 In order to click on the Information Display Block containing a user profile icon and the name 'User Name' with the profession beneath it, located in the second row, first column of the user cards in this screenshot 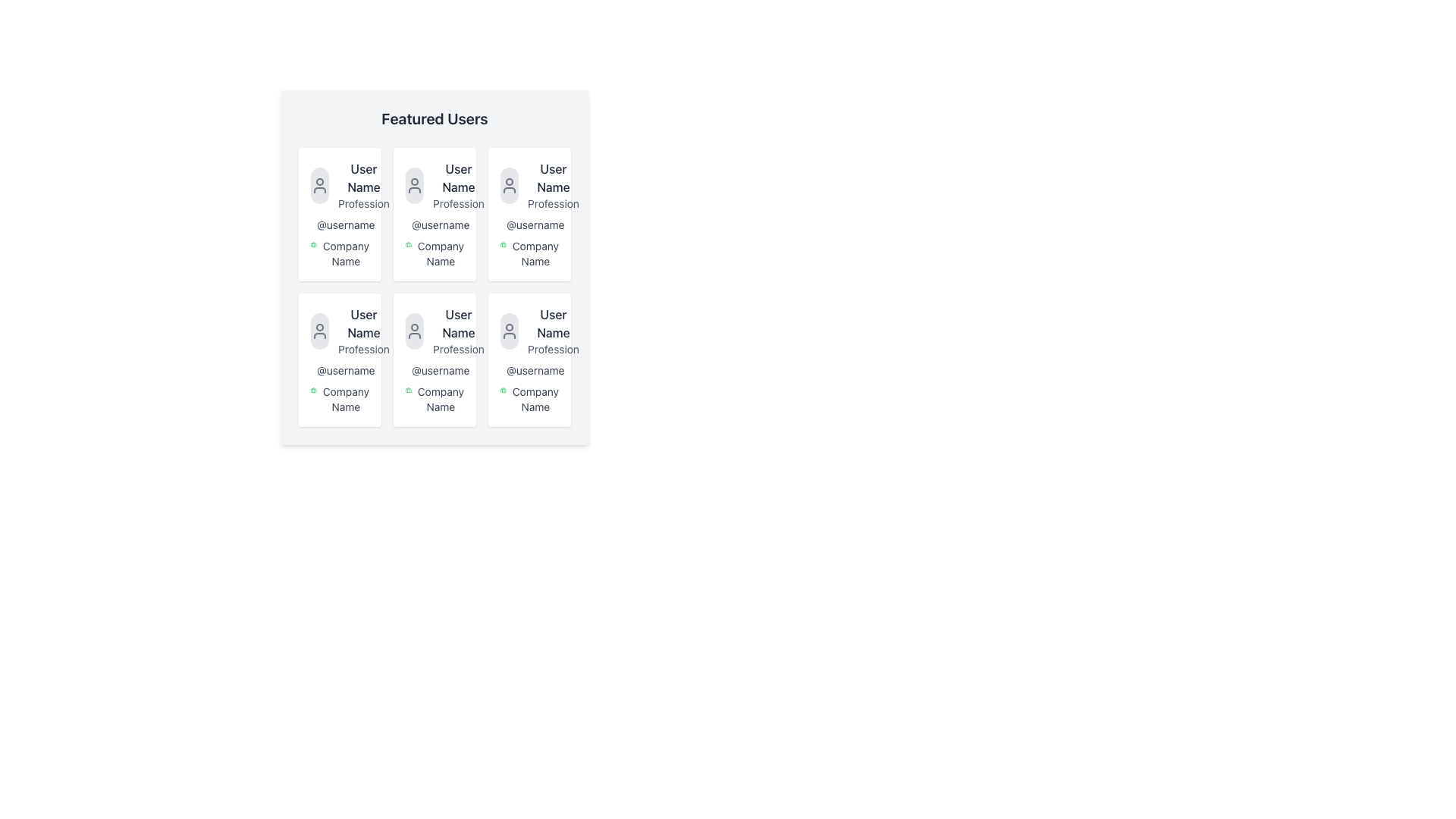, I will do `click(339, 330)`.